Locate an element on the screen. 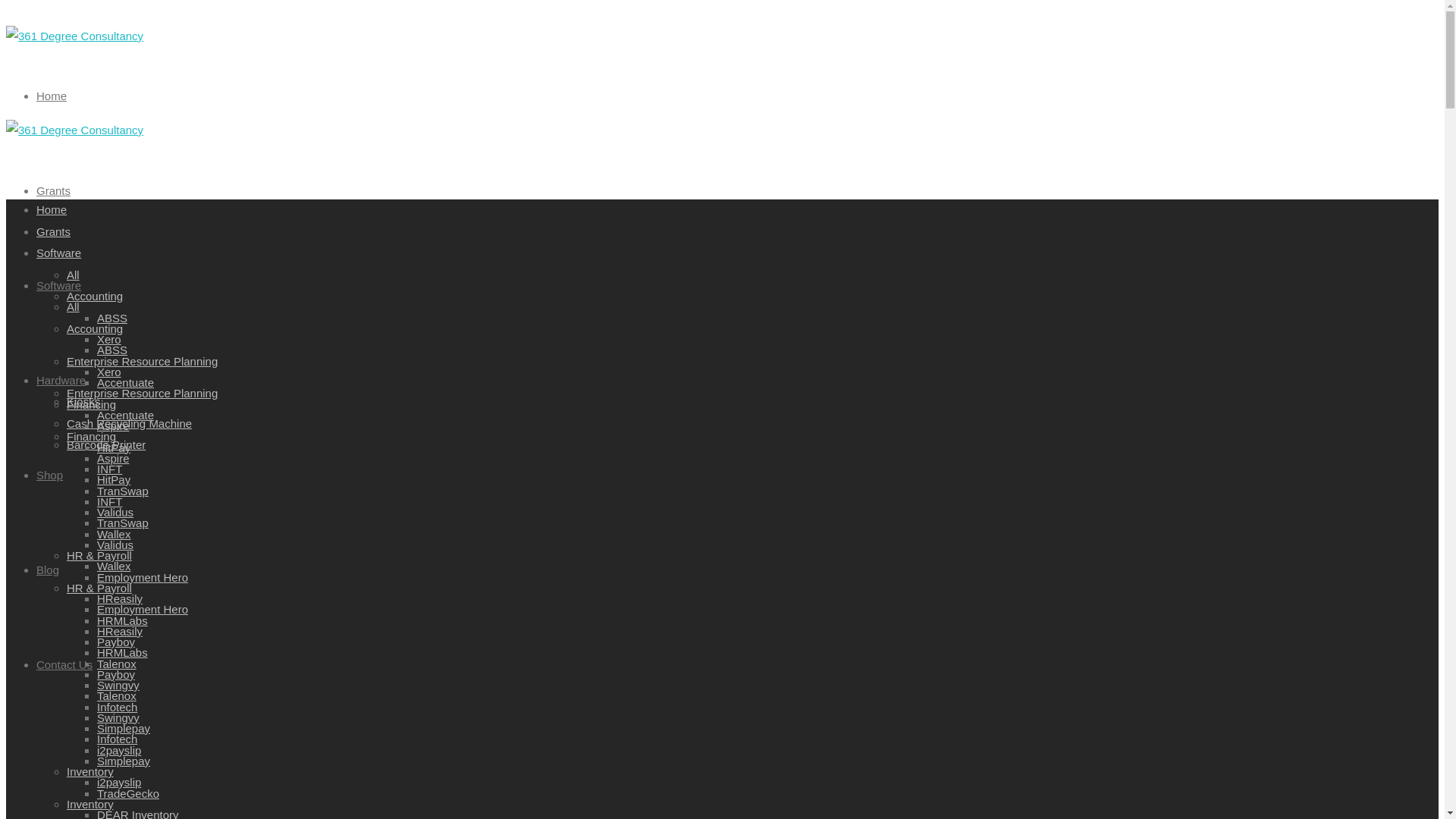 This screenshot has height=819, width=1456. 'Home' is located at coordinates (51, 209).